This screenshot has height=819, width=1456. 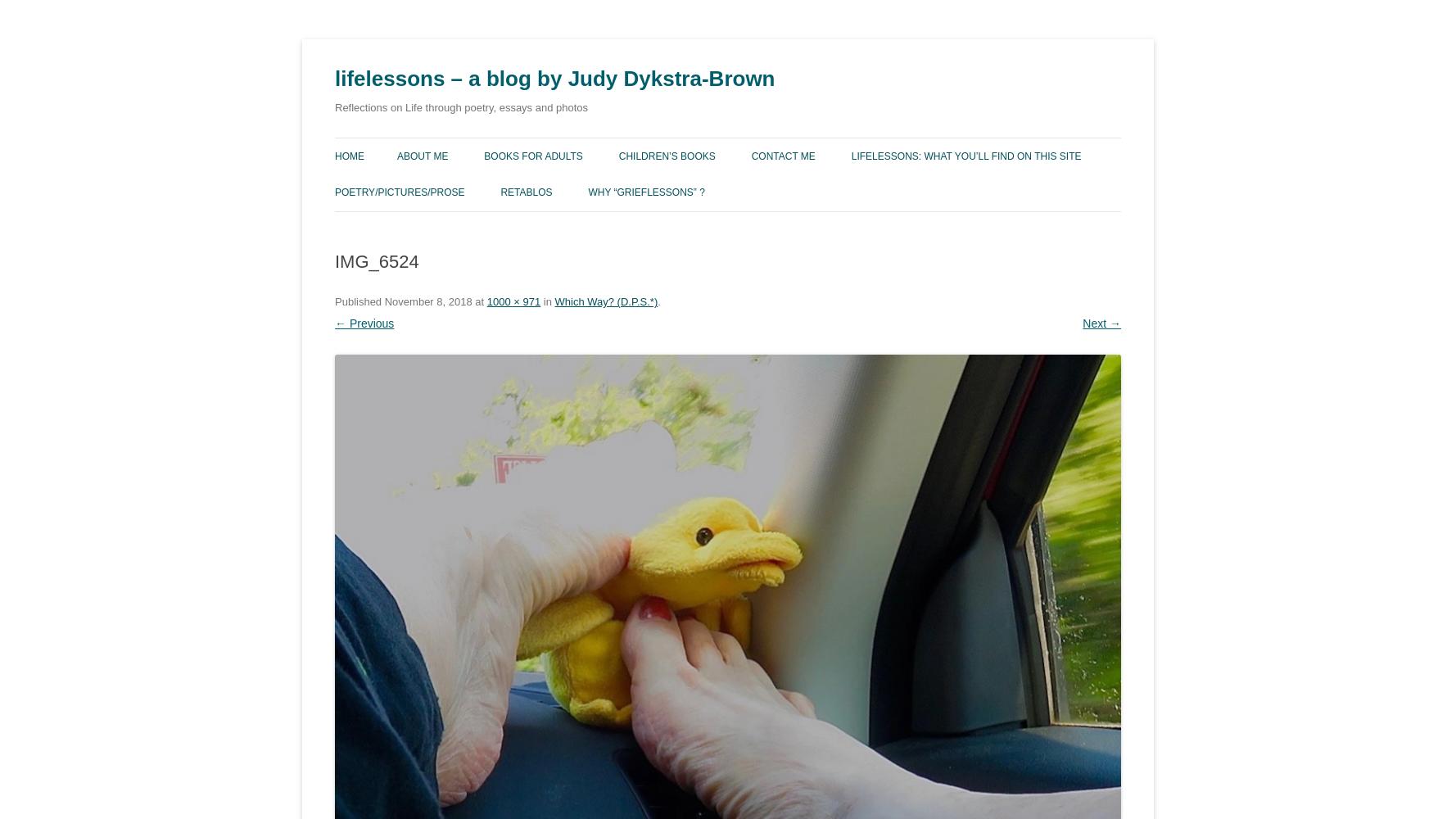 What do you see at coordinates (461, 107) in the screenshot?
I see `'Reflections on Life through poetry, essays and photos'` at bounding box center [461, 107].